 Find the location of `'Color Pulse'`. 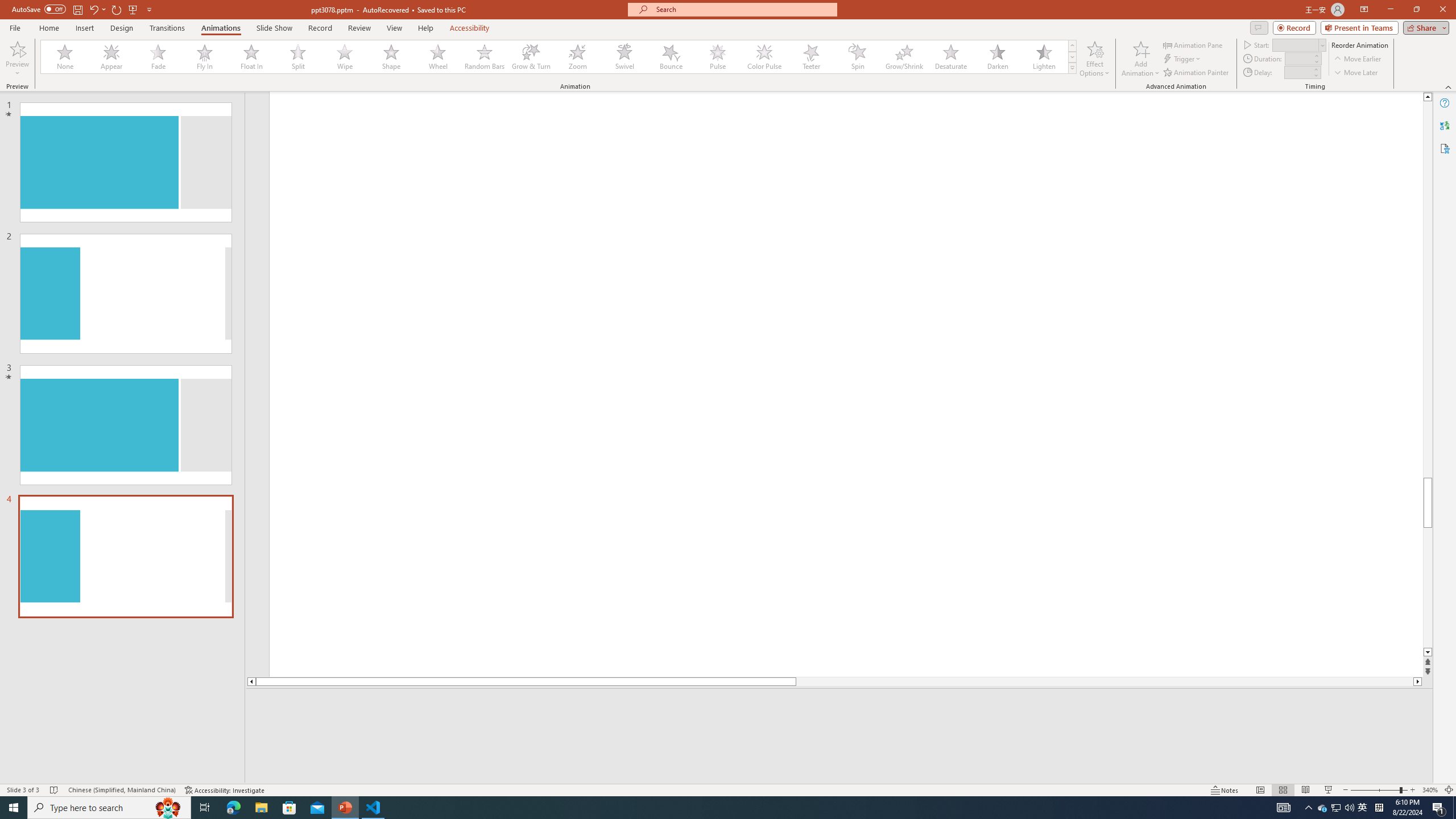

'Color Pulse' is located at coordinates (764, 56).